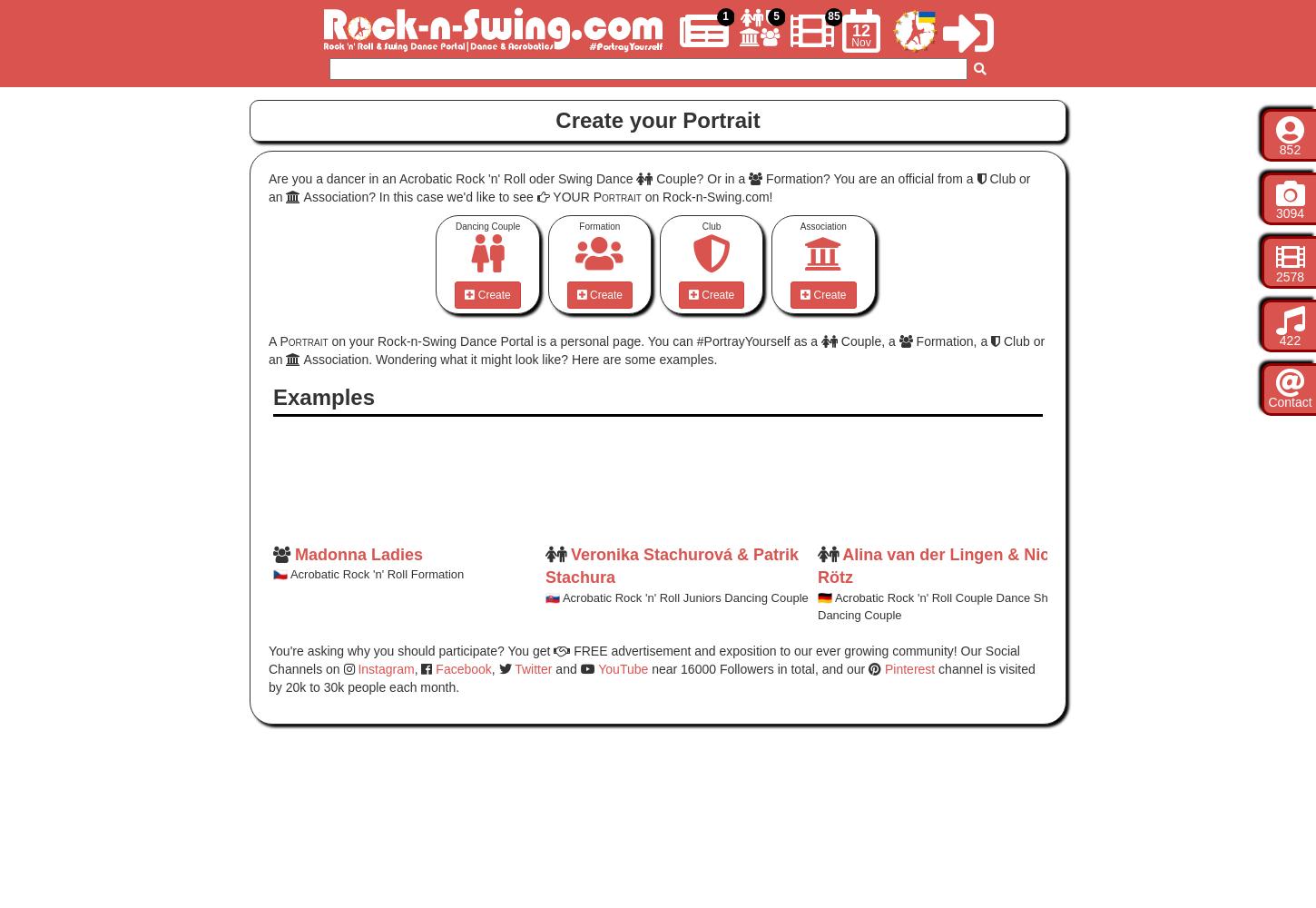 The height and width of the screenshot is (908, 1316). I want to click on 'Couple, a', so click(866, 341).